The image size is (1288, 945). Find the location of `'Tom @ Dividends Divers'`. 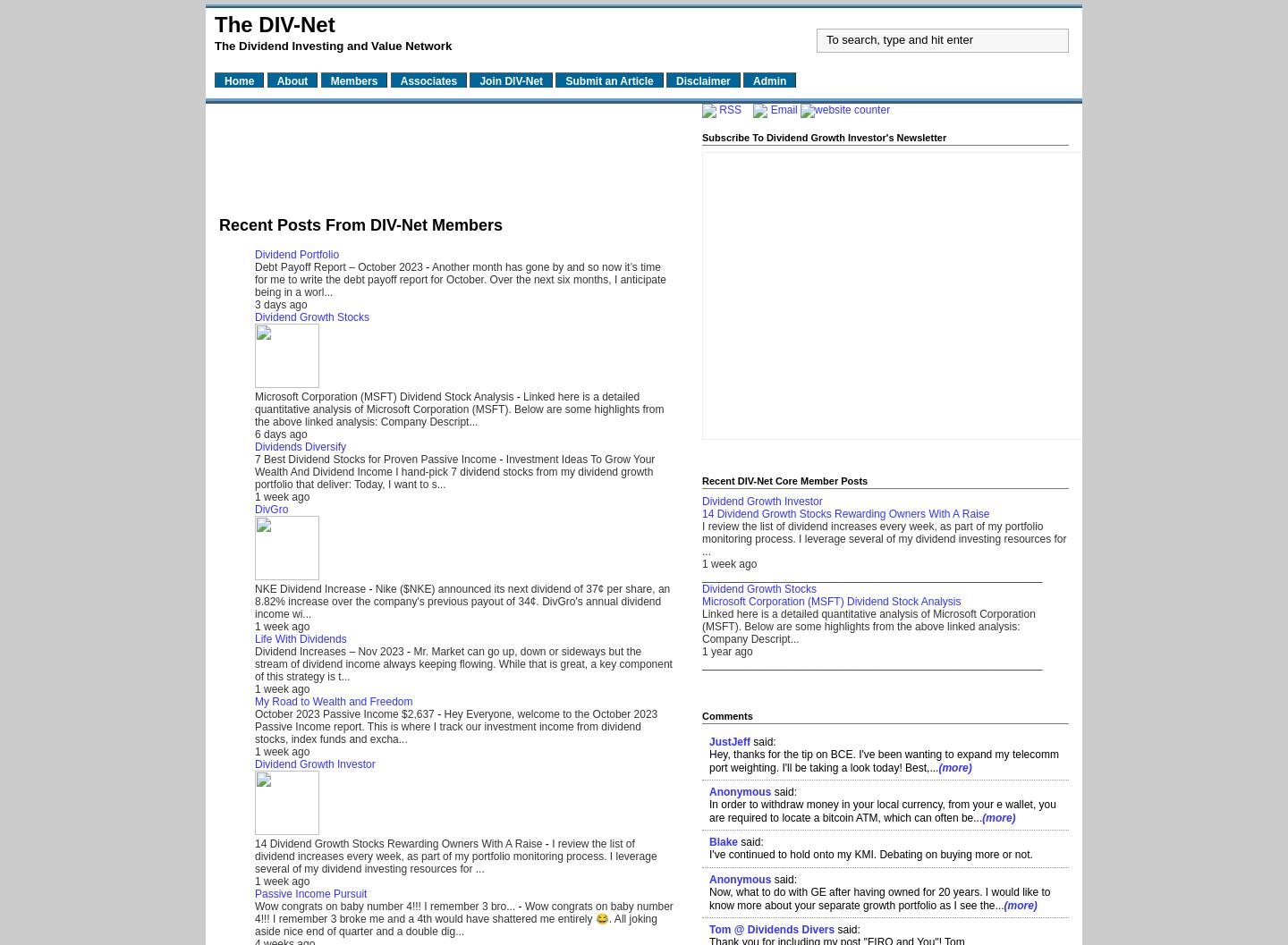

'Tom @ Dividends Divers' is located at coordinates (770, 928).